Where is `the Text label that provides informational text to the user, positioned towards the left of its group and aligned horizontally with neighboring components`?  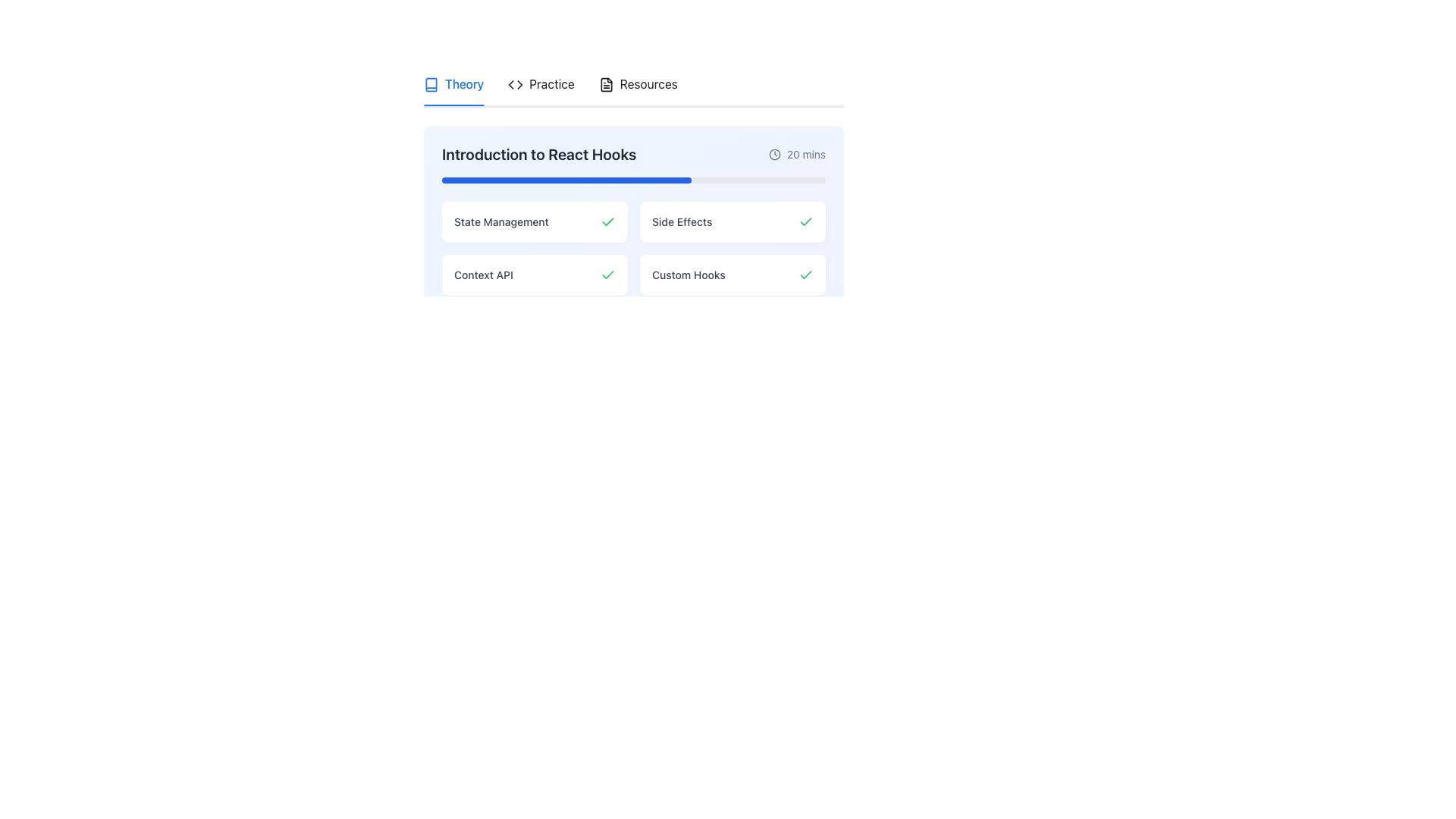 the Text label that provides informational text to the user, positioned towards the left of its group and aligned horizontally with neighboring components is located at coordinates (483, 275).